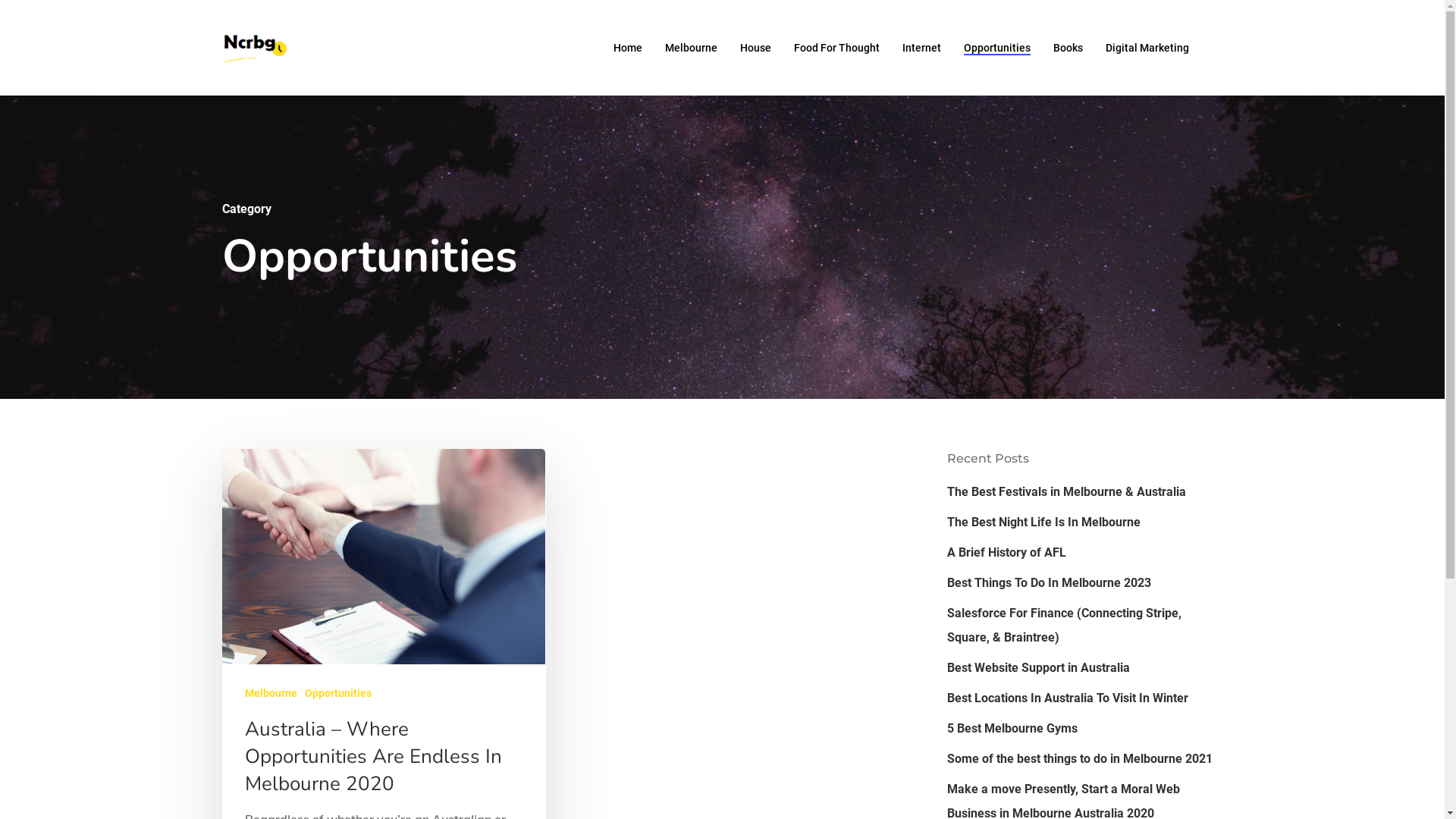 Image resolution: width=1456 pixels, height=819 pixels. I want to click on 'Books', so click(1066, 46).